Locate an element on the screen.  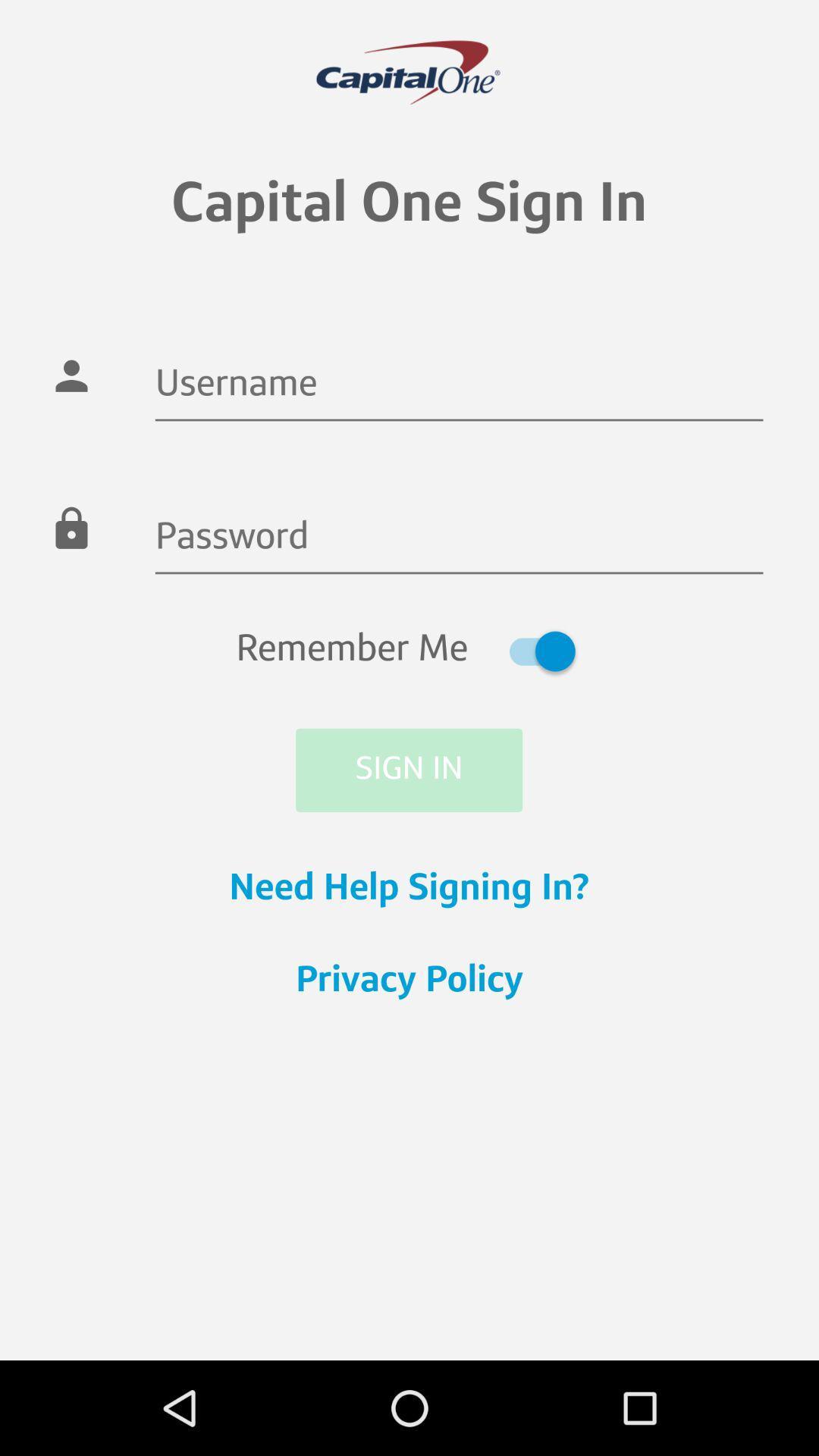
need help signing icon is located at coordinates (409, 890).